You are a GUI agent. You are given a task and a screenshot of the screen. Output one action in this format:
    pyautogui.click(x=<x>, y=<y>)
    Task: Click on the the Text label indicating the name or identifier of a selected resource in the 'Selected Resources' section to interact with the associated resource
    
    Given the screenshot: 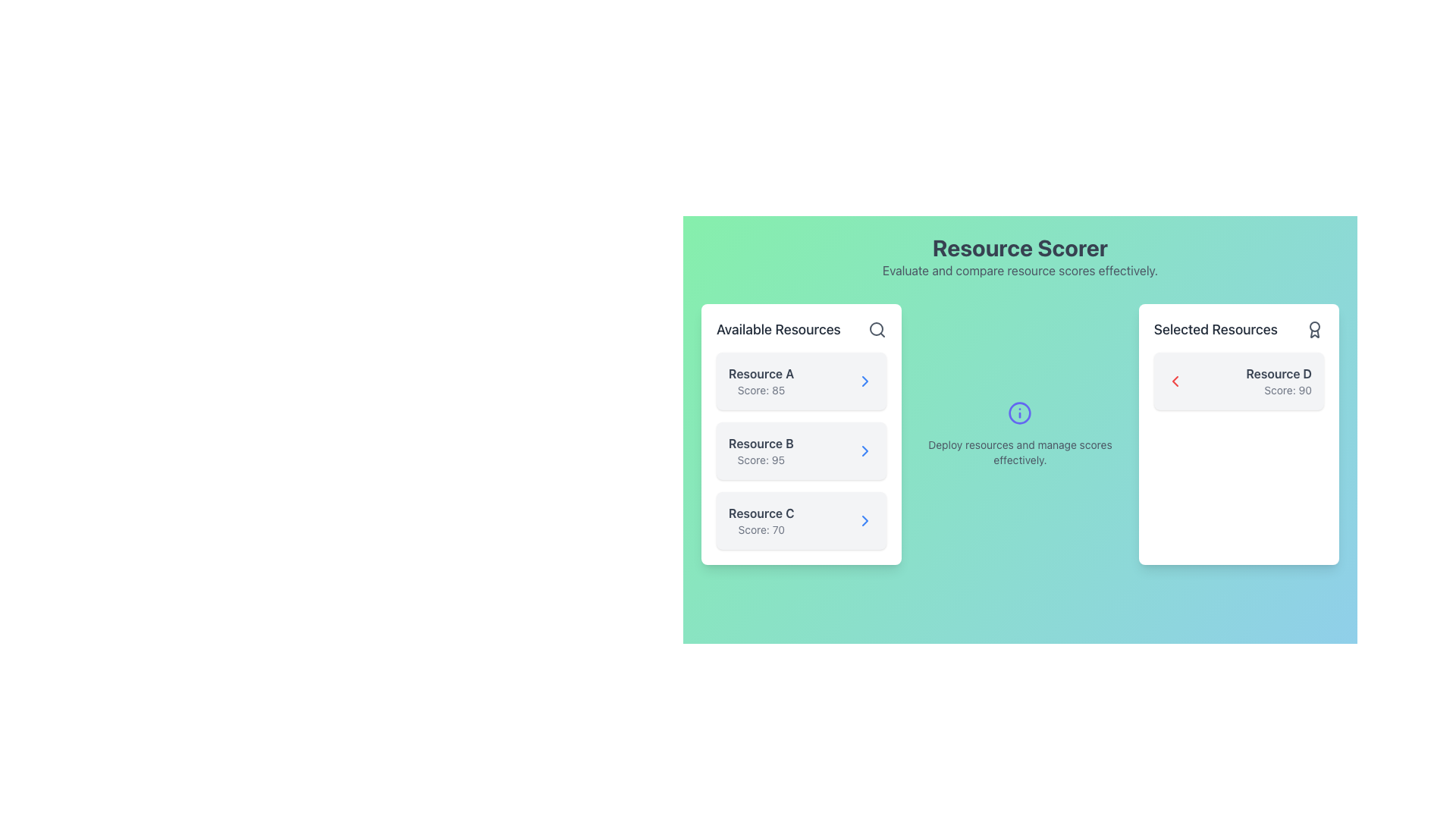 What is the action you would take?
    pyautogui.click(x=1278, y=374)
    